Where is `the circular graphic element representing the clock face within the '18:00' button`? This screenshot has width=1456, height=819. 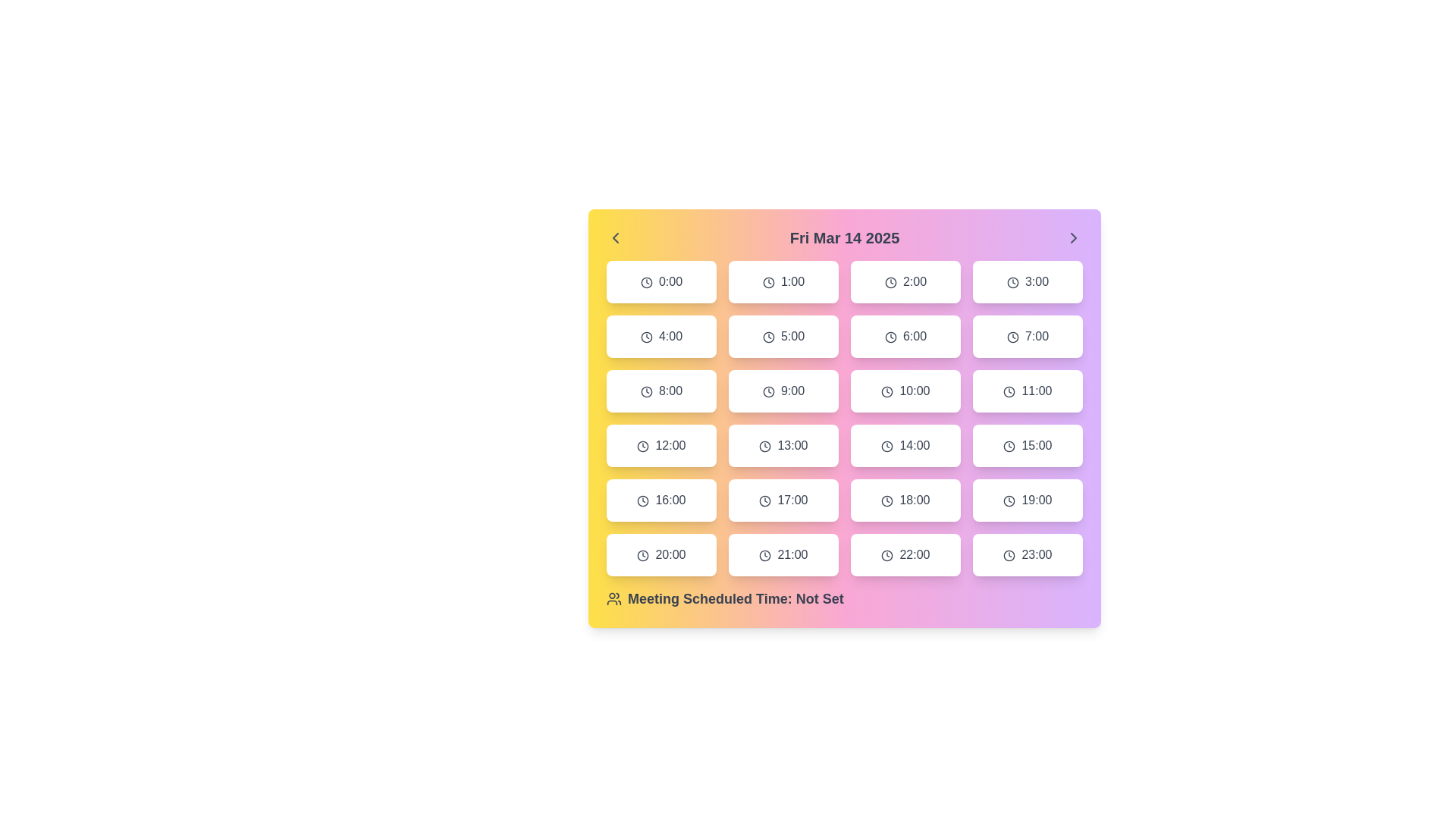
the circular graphic element representing the clock face within the '18:00' button is located at coordinates (887, 500).